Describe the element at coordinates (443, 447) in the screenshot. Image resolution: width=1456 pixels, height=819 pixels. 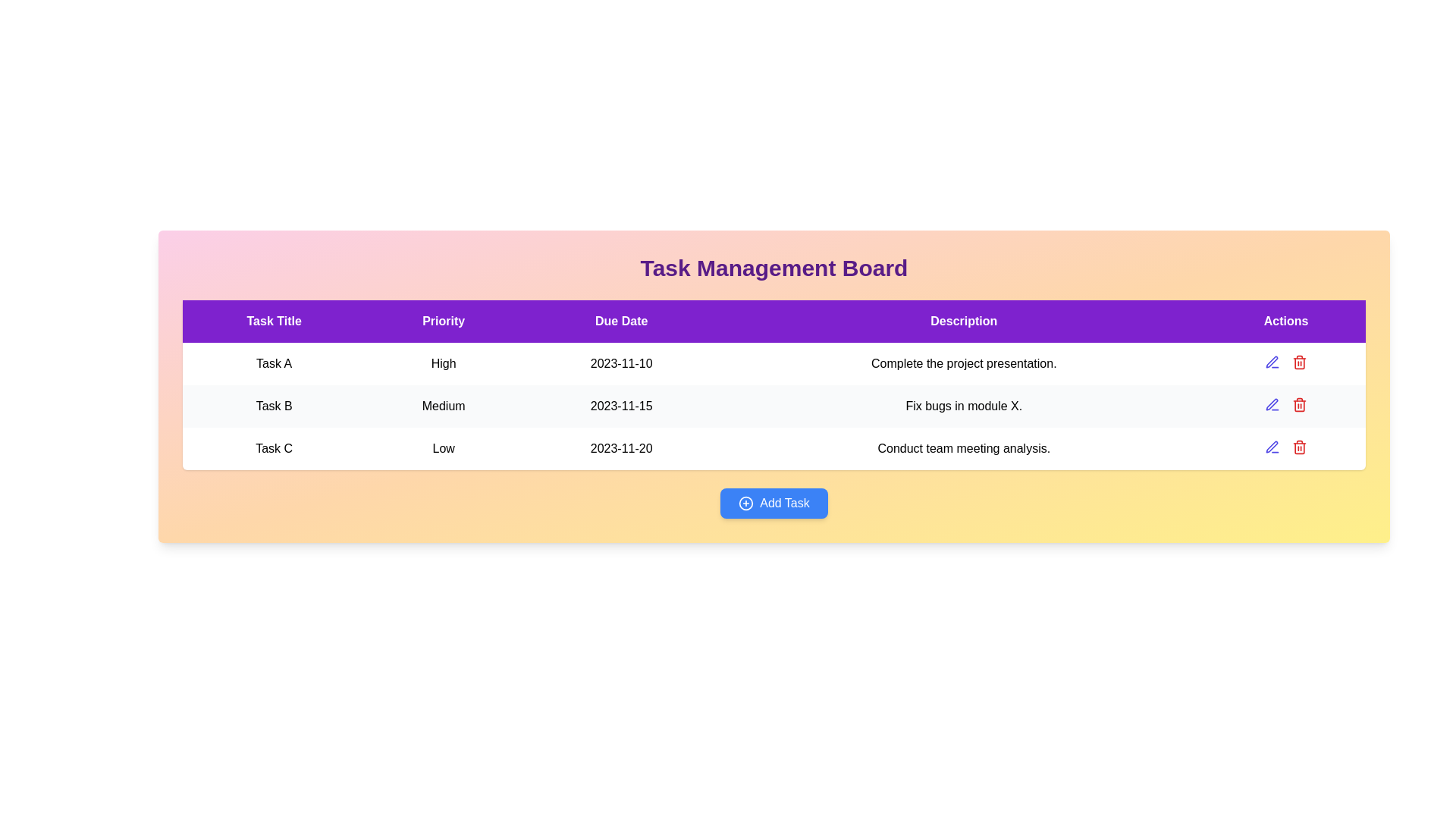
I see `the 'Low' priority level text label in the second column of the last row (Task C) of the table` at that location.